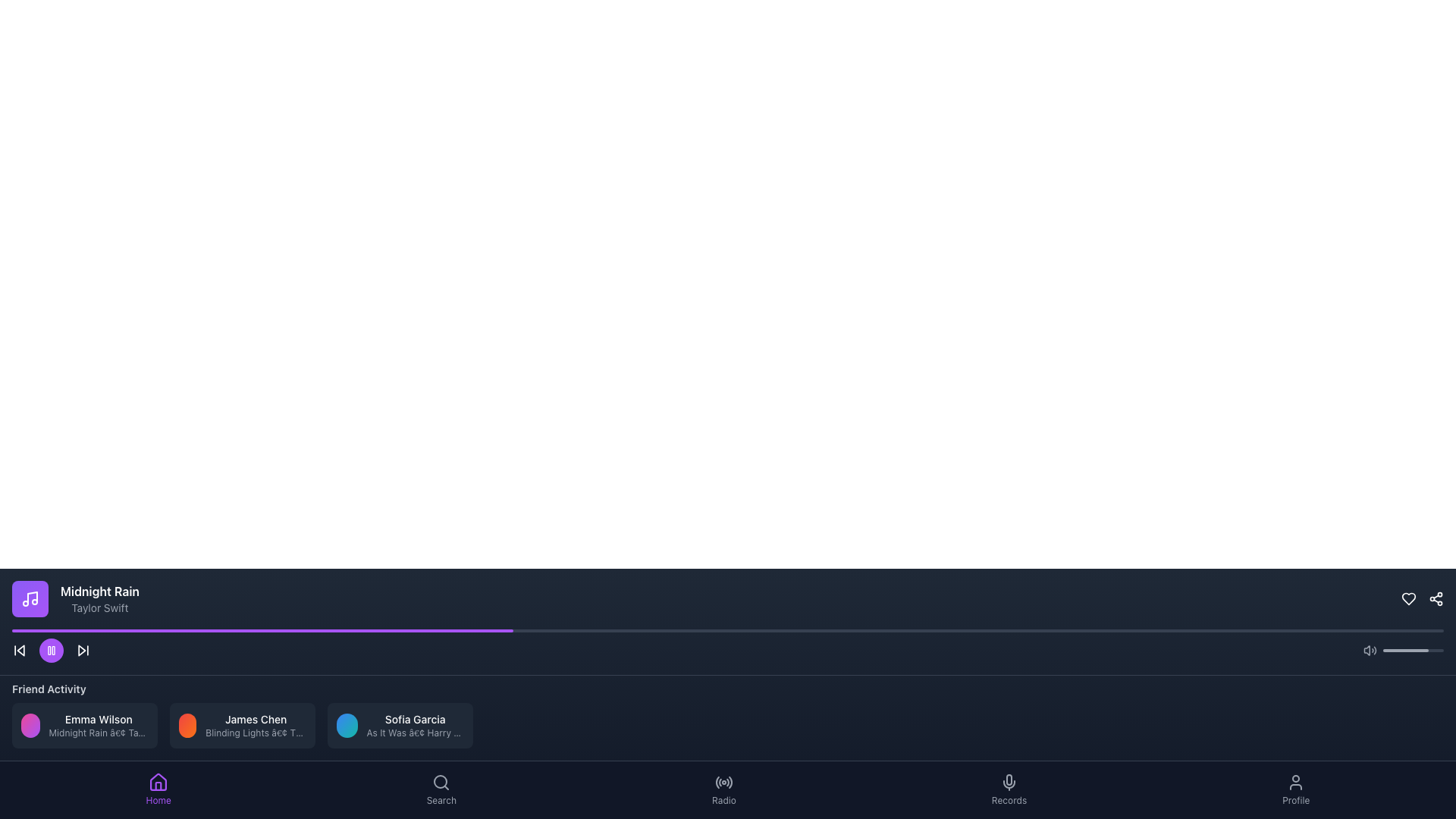  I want to click on the share icon button located in the bottom-right corner of the application interface, next to a heart-shaped icon, so click(1436, 598).